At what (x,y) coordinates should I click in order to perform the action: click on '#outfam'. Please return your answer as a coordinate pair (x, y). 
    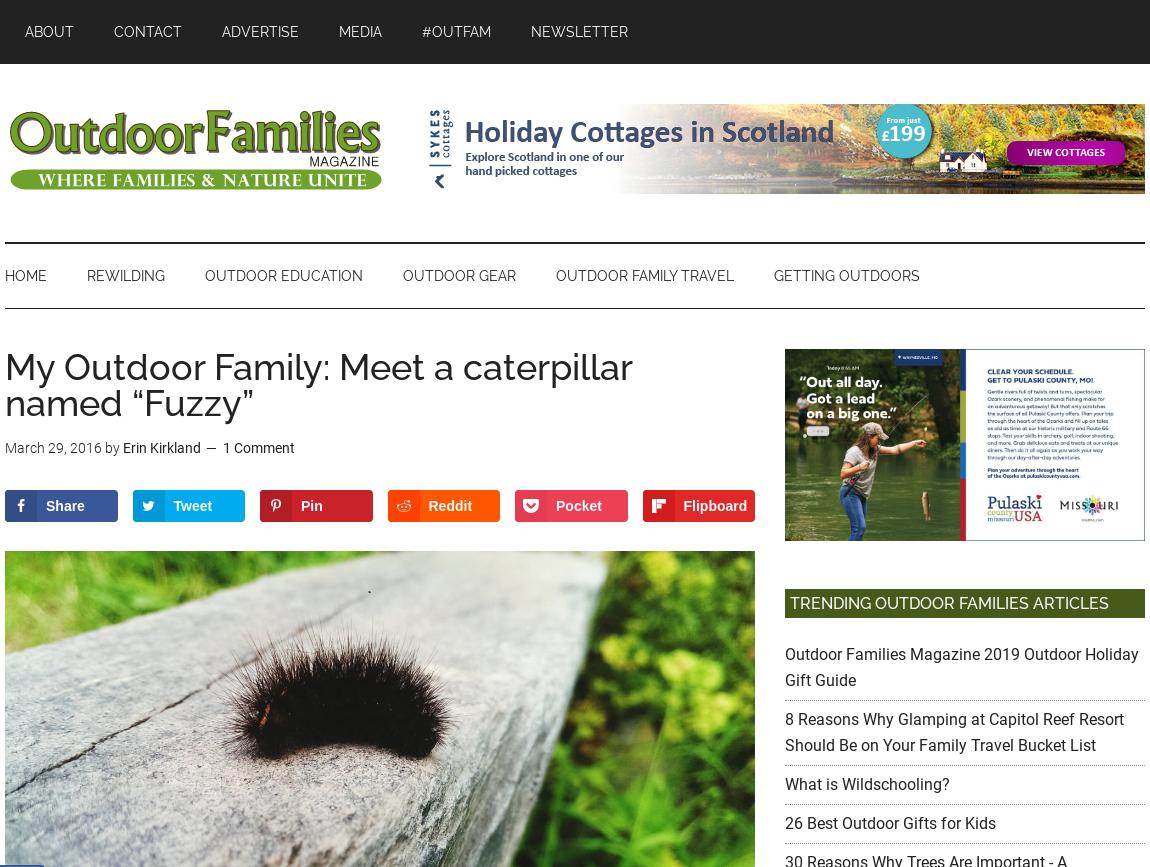
    Looking at the image, I should click on (456, 31).